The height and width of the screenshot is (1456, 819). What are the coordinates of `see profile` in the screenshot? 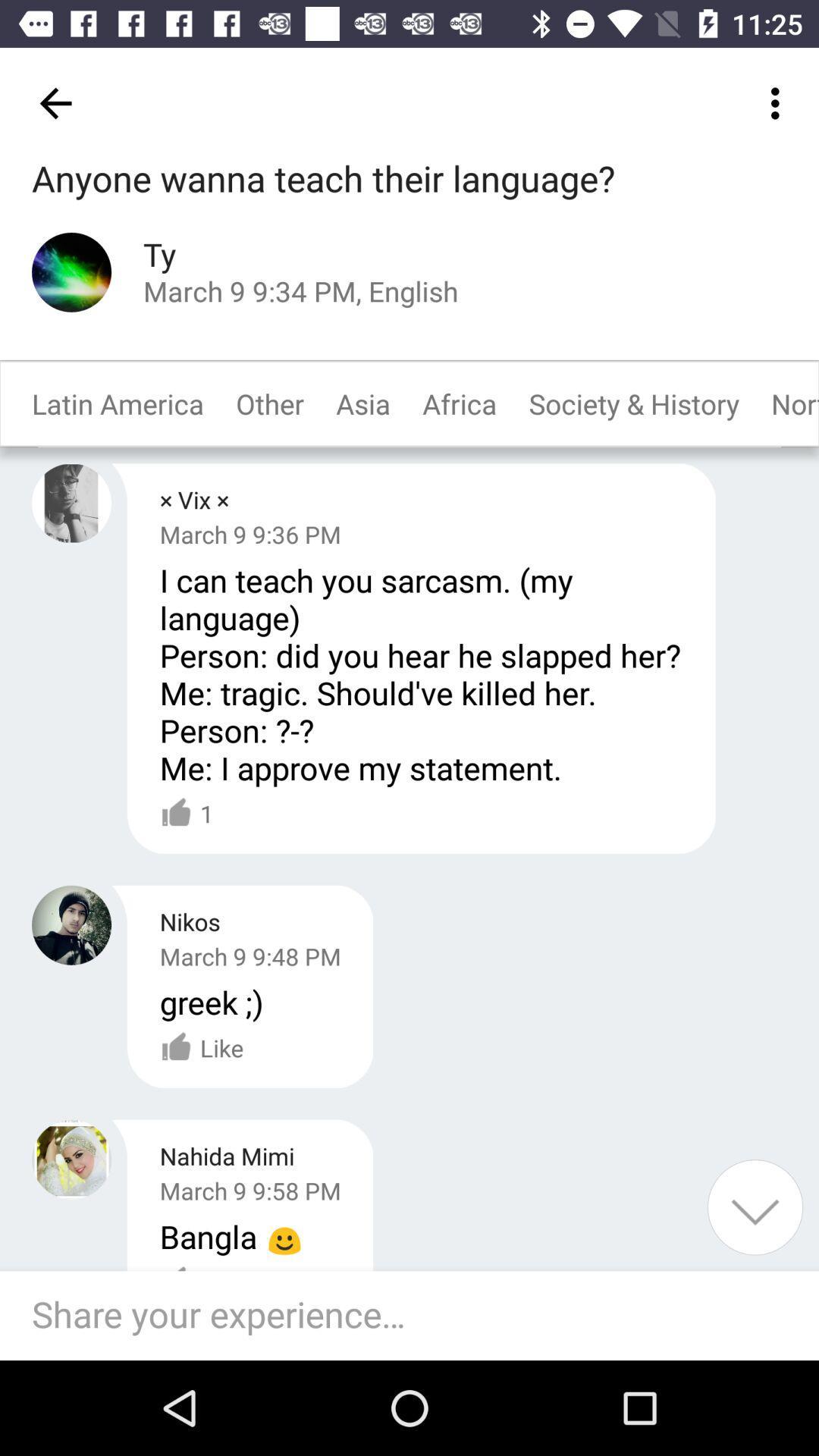 It's located at (71, 272).